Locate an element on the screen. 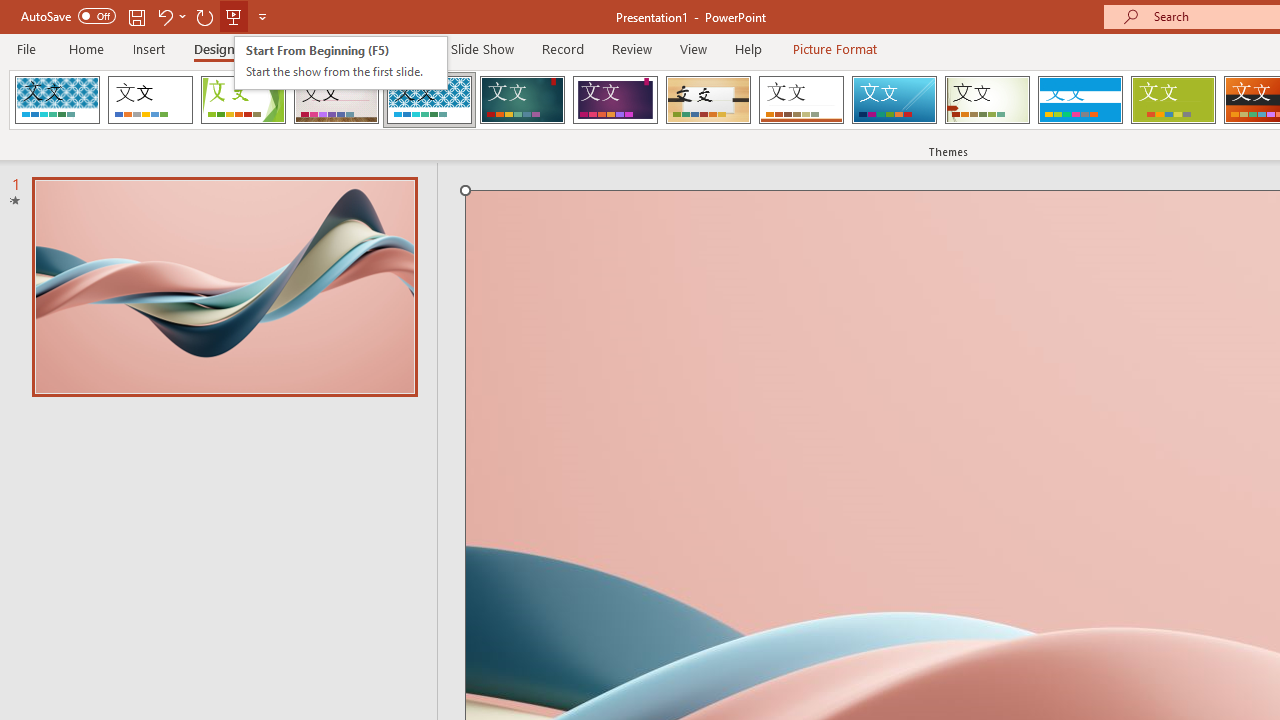 The height and width of the screenshot is (720, 1280). 'AfterglowVTI' is located at coordinates (57, 100).